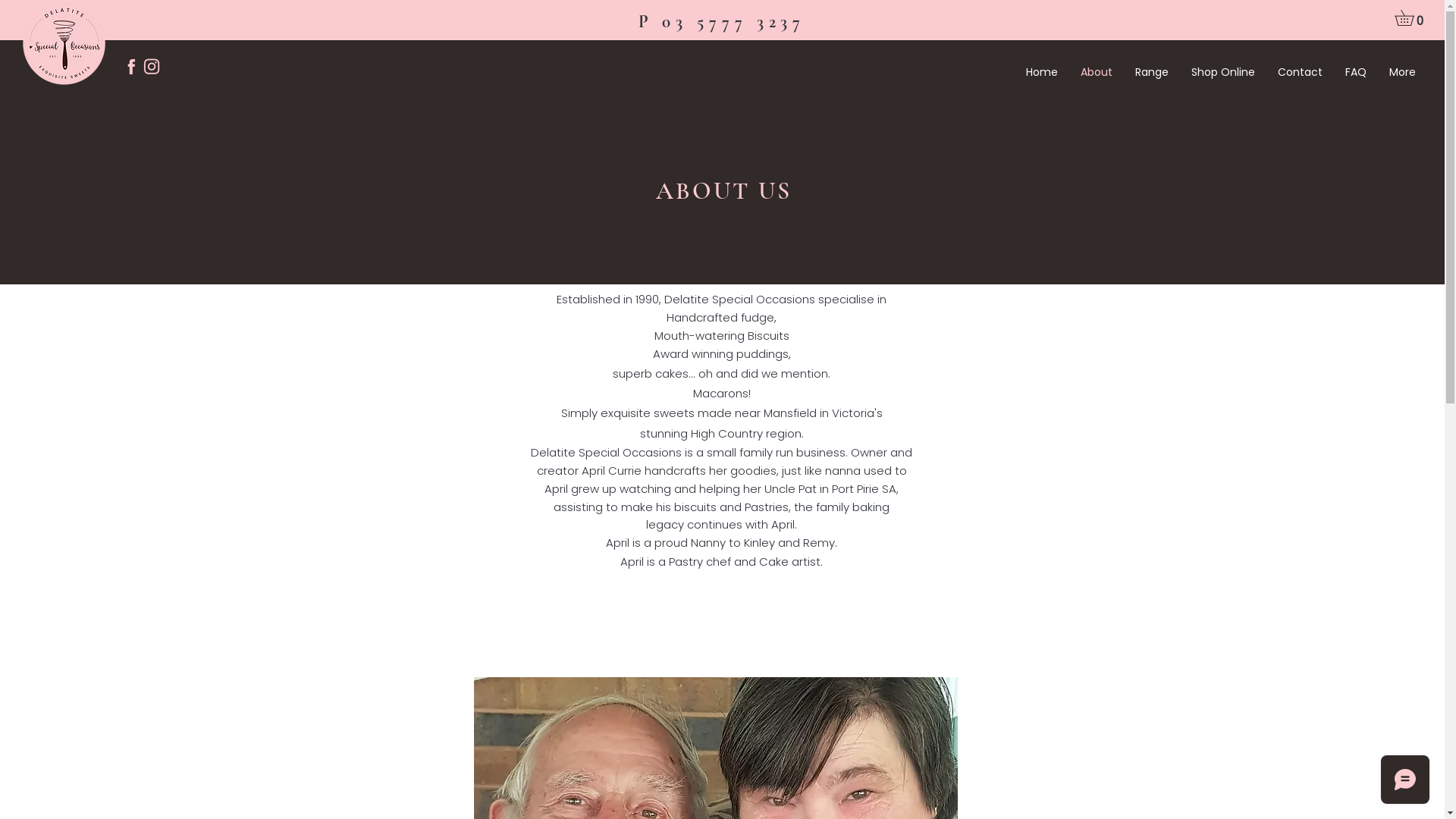  What do you see at coordinates (1068, 72) in the screenshot?
I see `'About'` at bounding box center [1068, 72].